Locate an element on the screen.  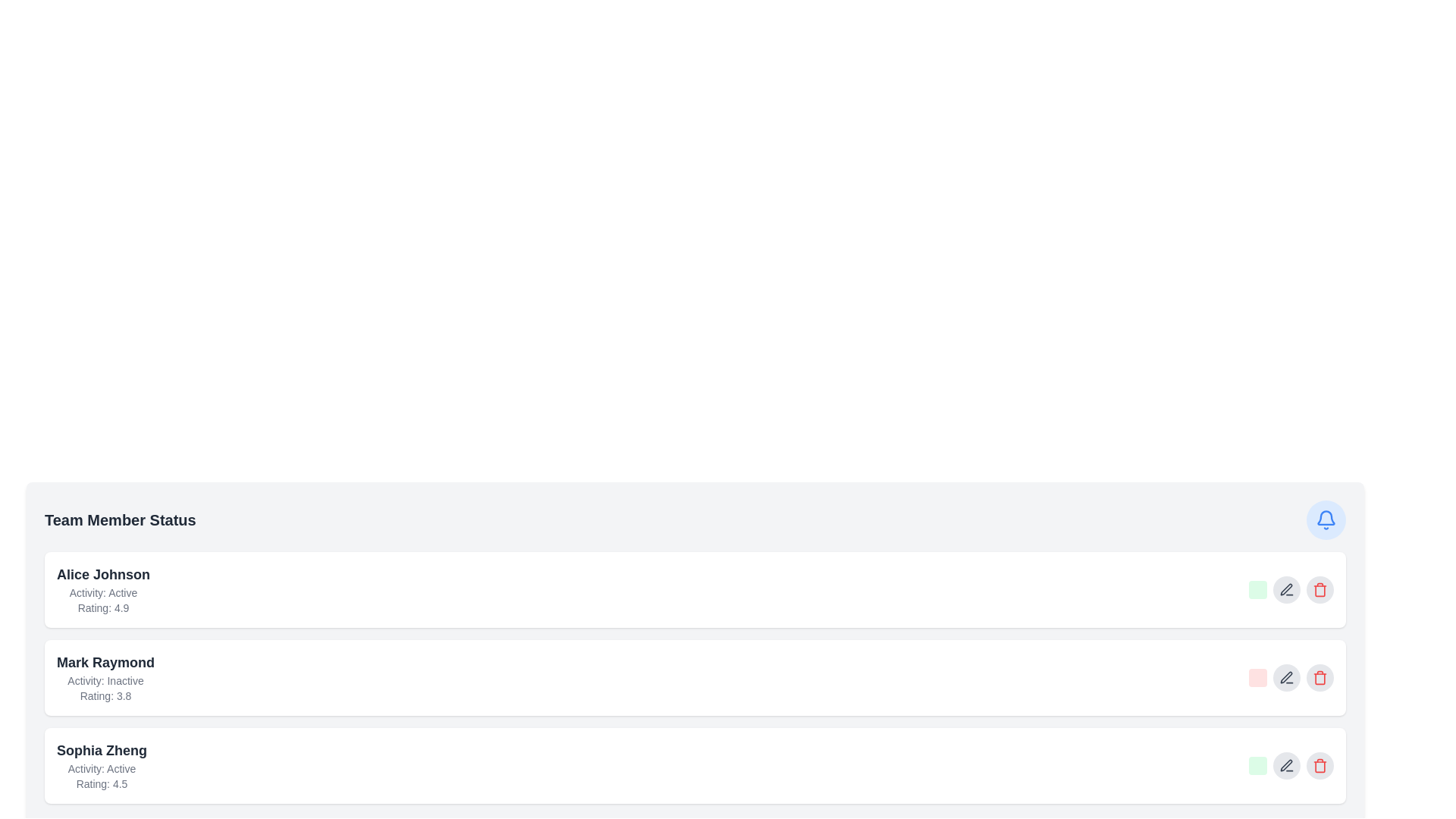
the badge that contains the active status icon, which is centrally located within the badge and indicates the status of a team member is located at coordinates (1266, 769).